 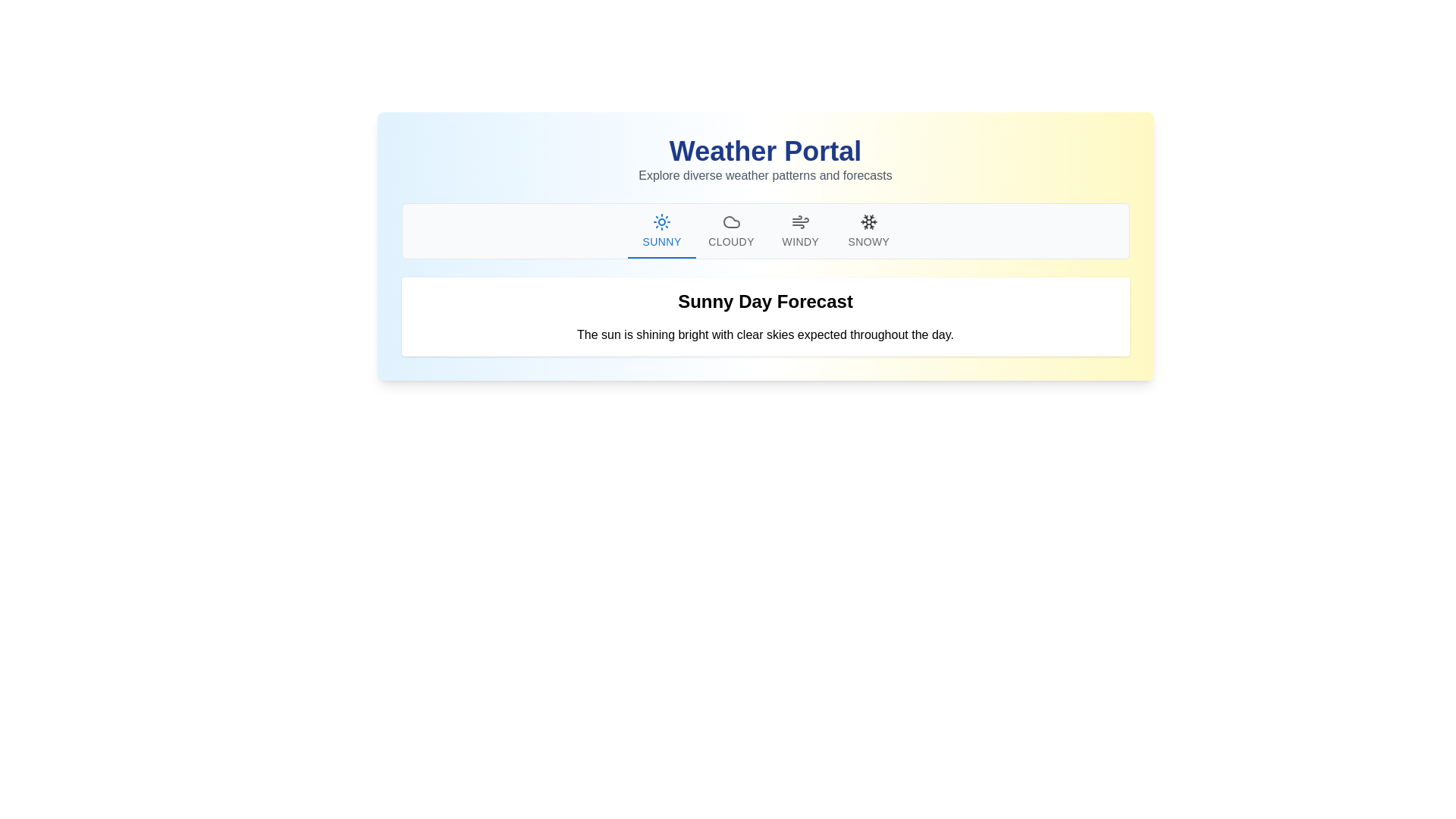 I want to click on the text block providing a forecast summary for sunny weather conditions, located under the 'Sunny Day Forecast' section, so click(x=765, y=334).